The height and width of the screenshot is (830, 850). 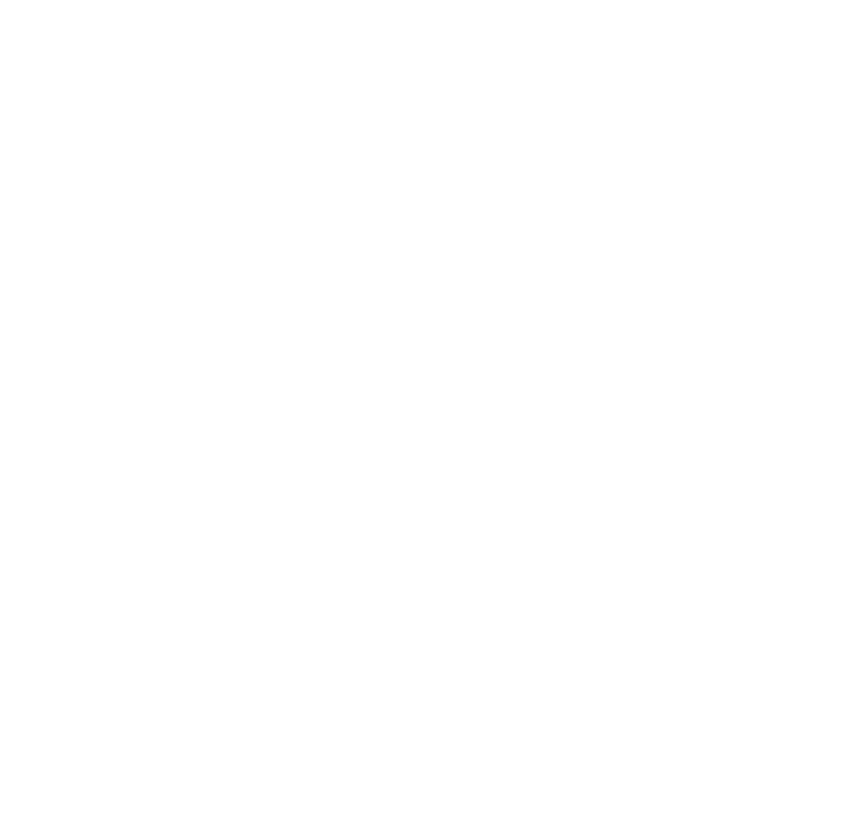 I want to click on 'DNA-Free:', so click(x=138, y=633).